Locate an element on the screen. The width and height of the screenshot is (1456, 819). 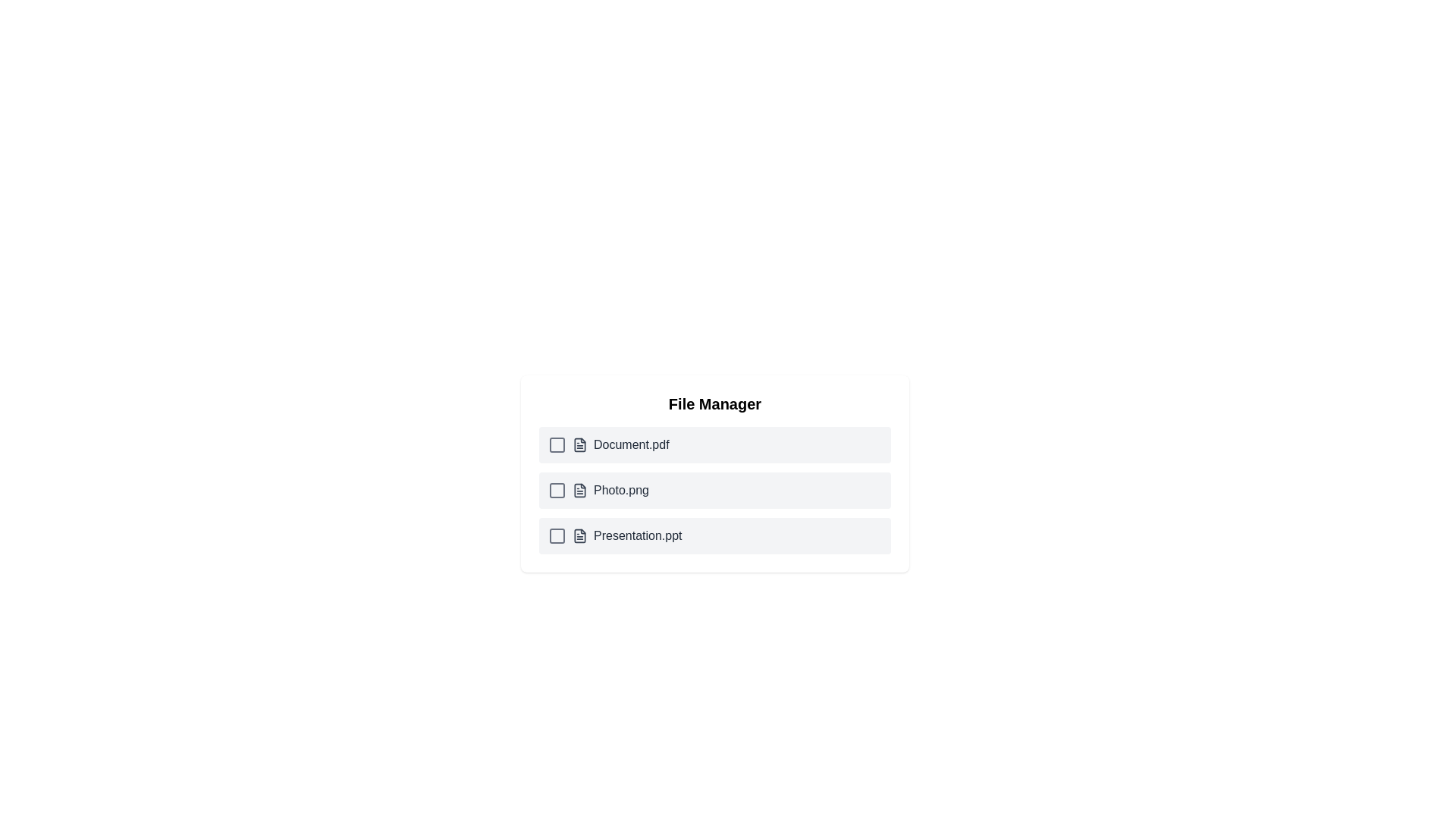
the text 'Document.pdf' from the text label displayed in dark gray color, positioned in the first row of the file list within the file manager interface is located at coordinates (631, 444).